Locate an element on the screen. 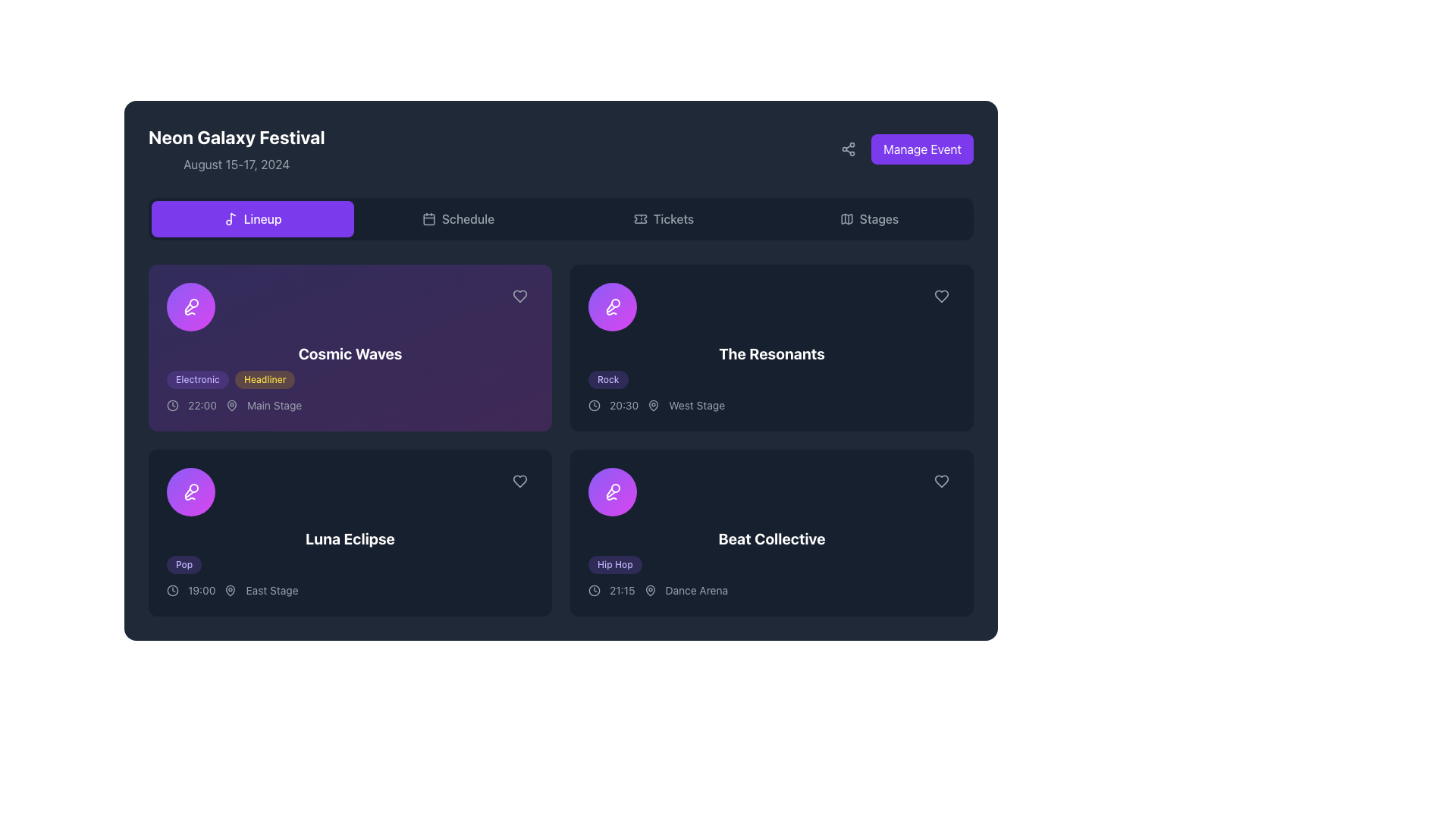 Image resolution: width=1456 pixels, height=819 pixels. the SVG circular representation icon that visually represents the clock for the 'Luna Eclipse' event located at the bottom left of the event card is located at coordinates (172, 590).